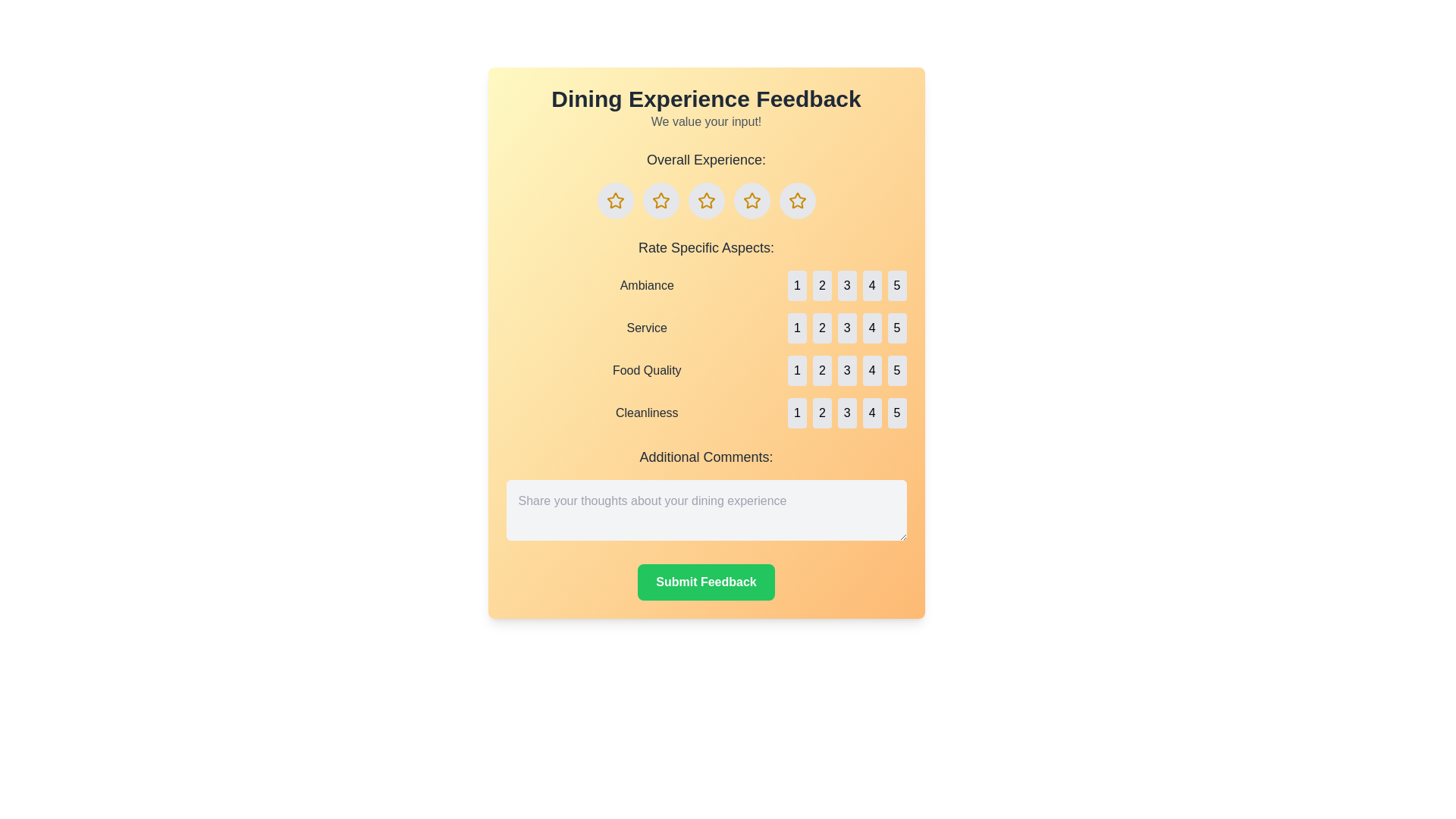 The height and width of the screenshot is (819, 1456). What do you see at coordinates (846, 413) in the screenshot?
I see `the button labeled '3' in the Cleanliness rating section` at bounding box center [846, 413].